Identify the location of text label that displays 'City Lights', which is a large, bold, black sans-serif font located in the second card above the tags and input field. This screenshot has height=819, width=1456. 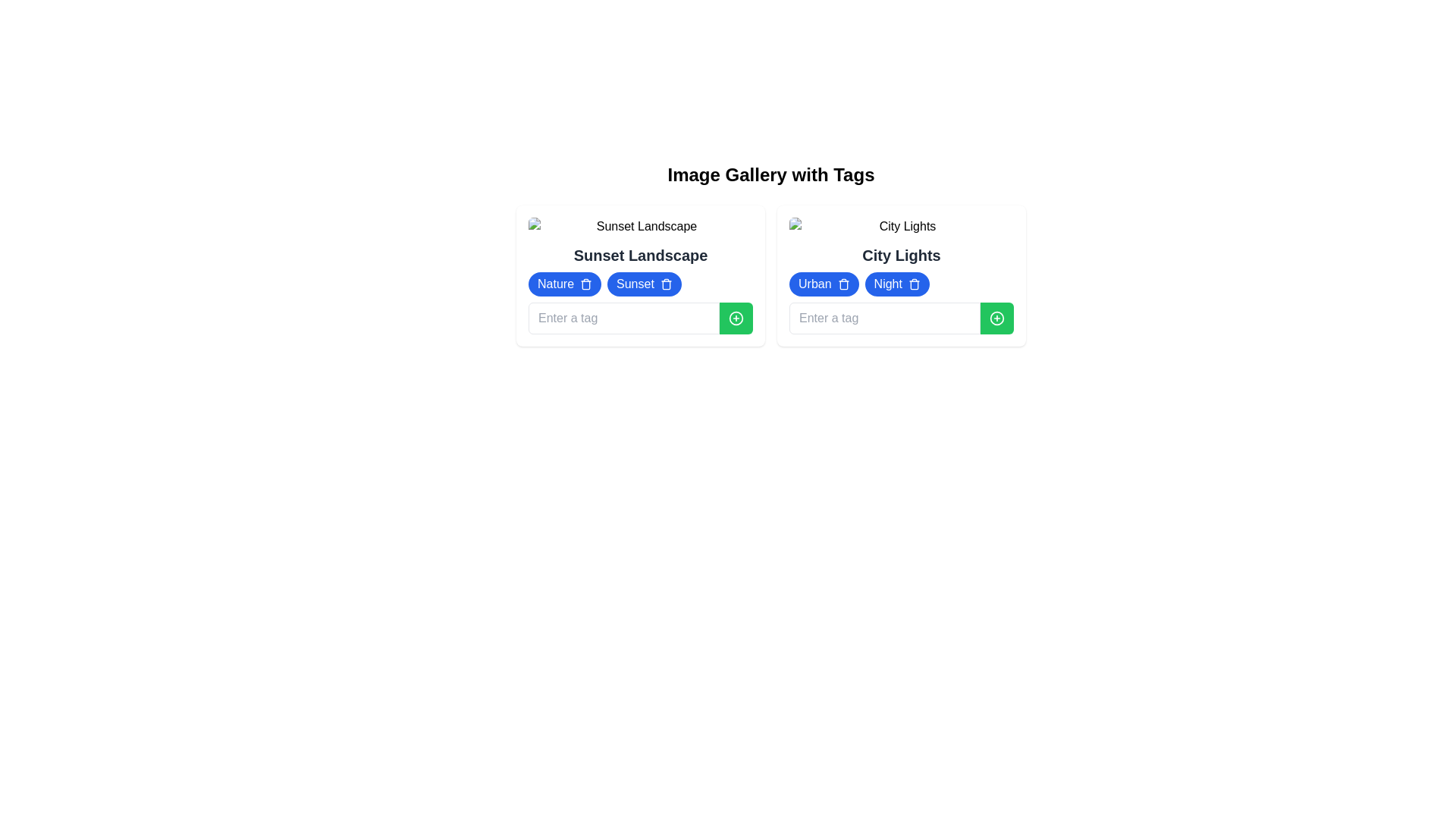
(902, 254).